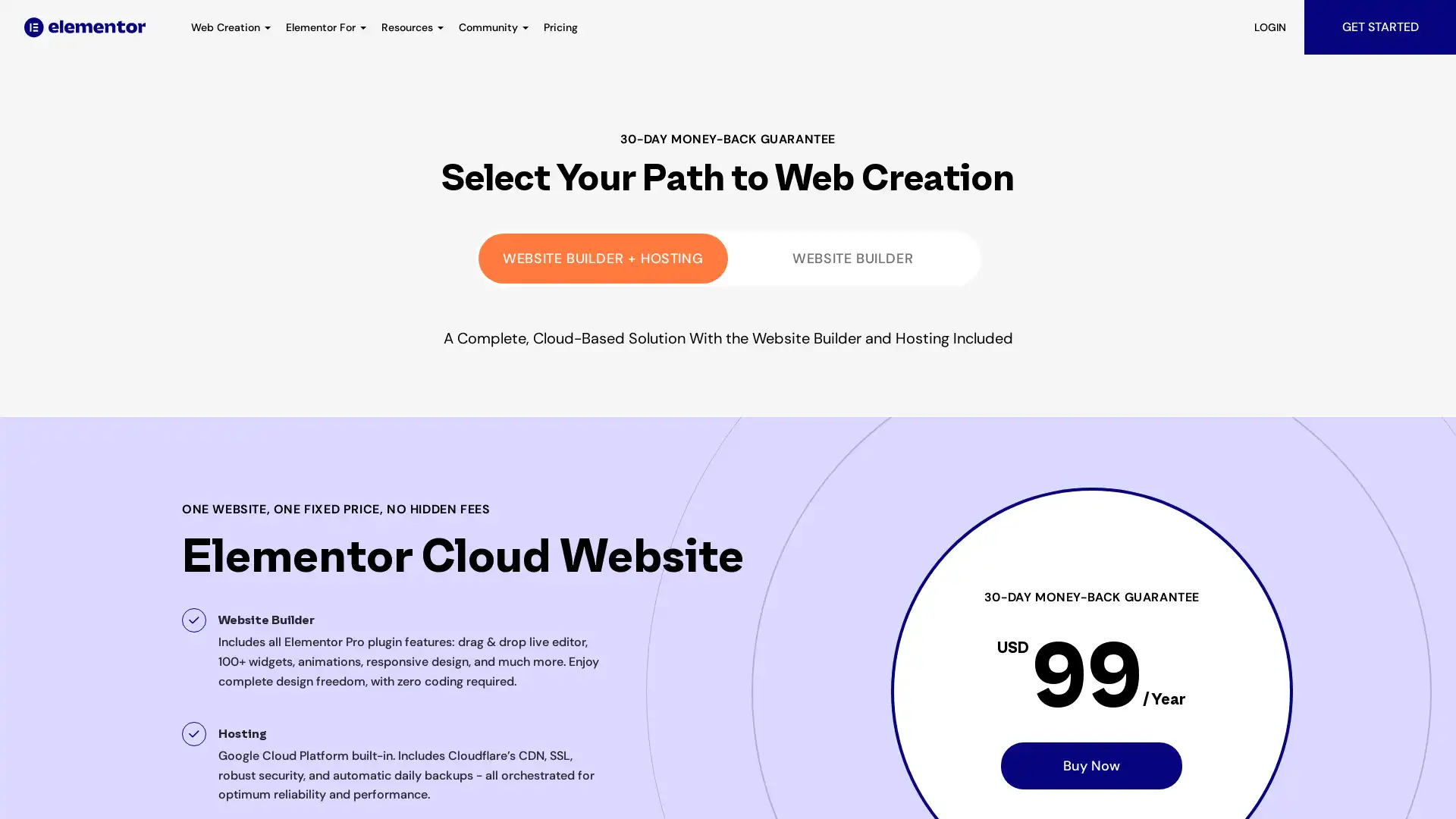  I want to click on WEBSITE BUILDER + HOSTING, so click(602, 256).